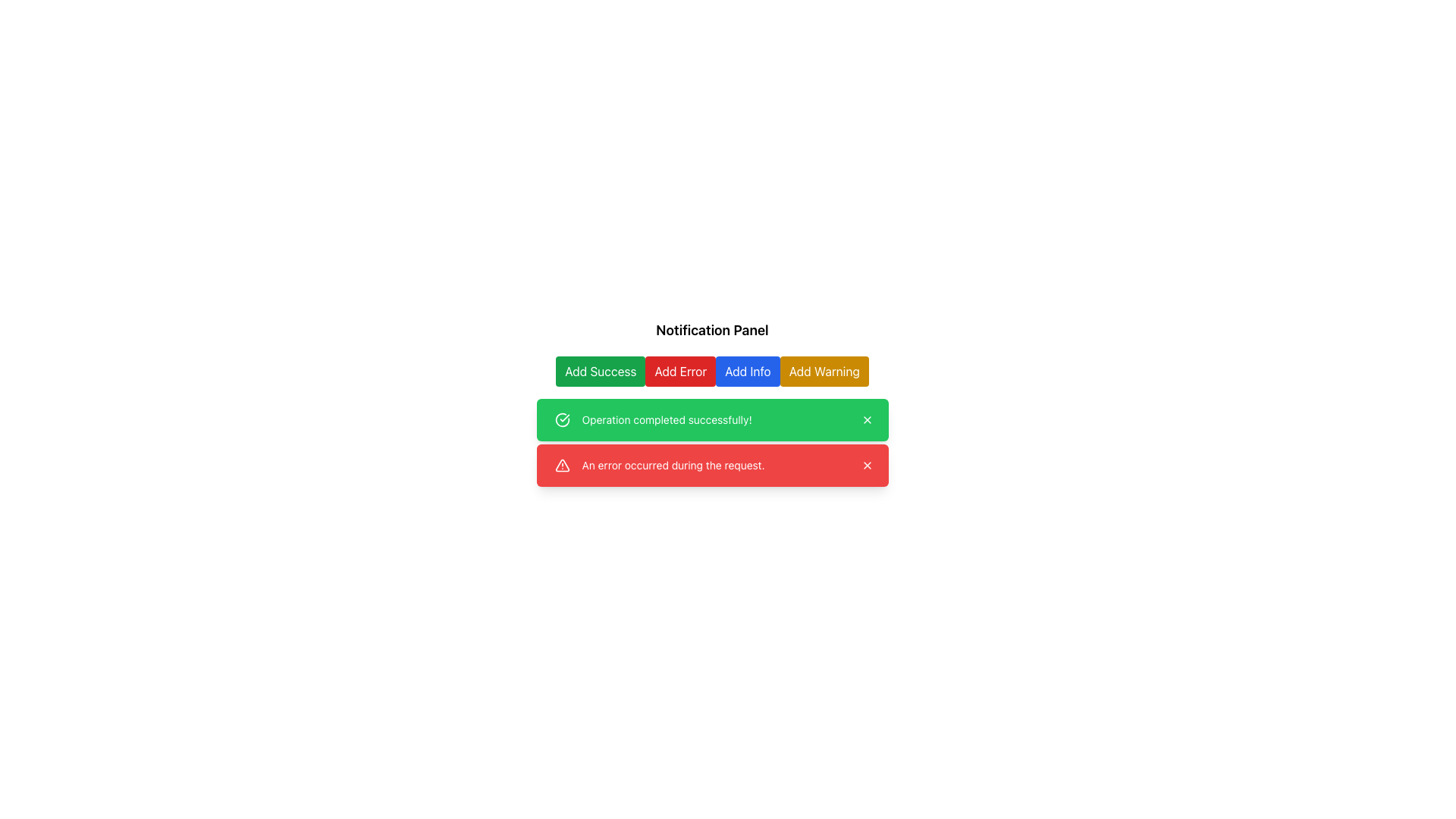 Image resolution: width=1456 pixels, height=819 pixels. I want to click on the circular checkmark icon with a white stroke on a green background, which indicates success, located on the left side of the green notification banner that displays 'Operation completed successfully!', so click(561, 420).